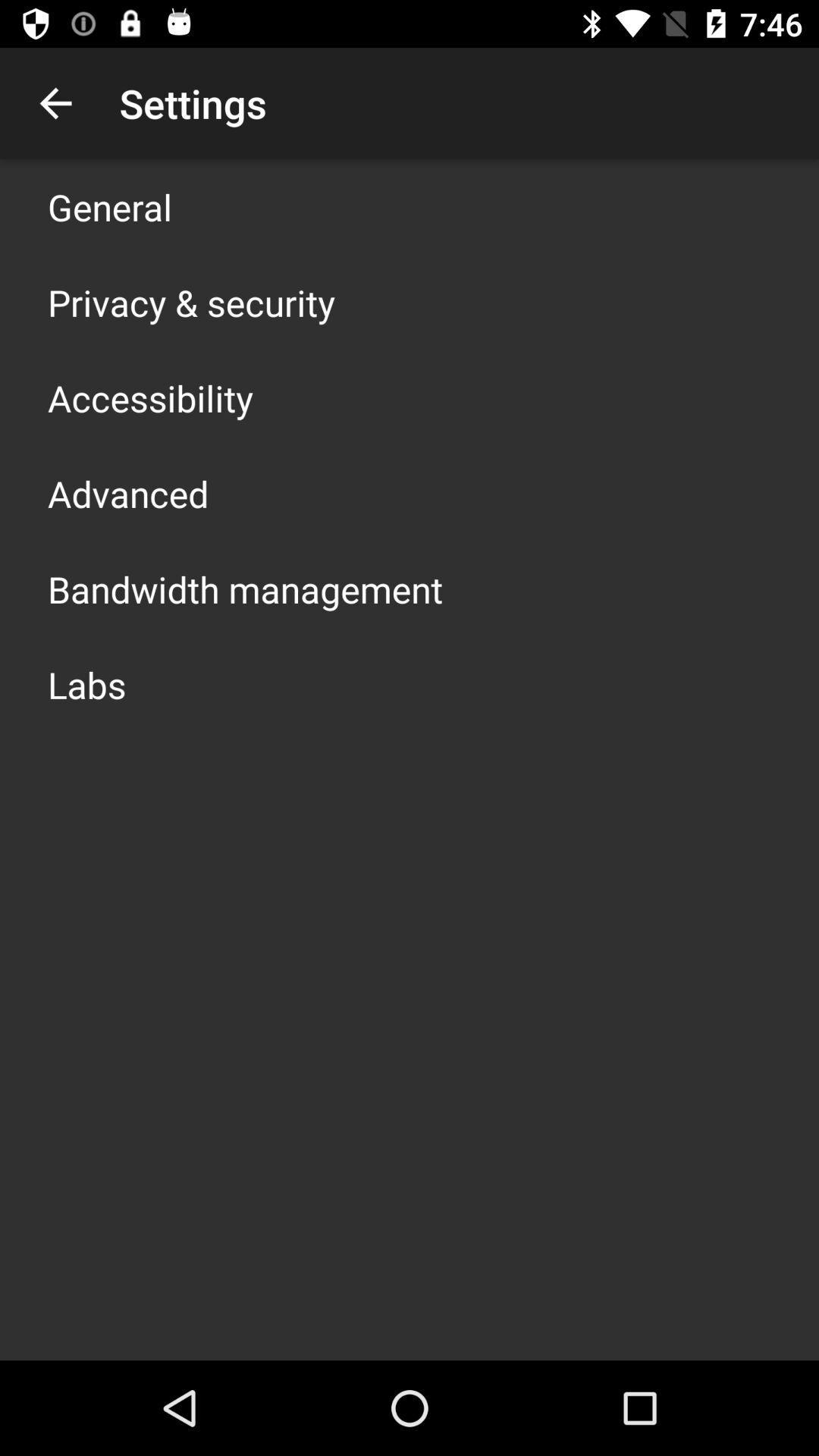  What do you see at coordinates (86, 683) in the screenshot?
I see `the labs app` at bounding box center [86, 683].